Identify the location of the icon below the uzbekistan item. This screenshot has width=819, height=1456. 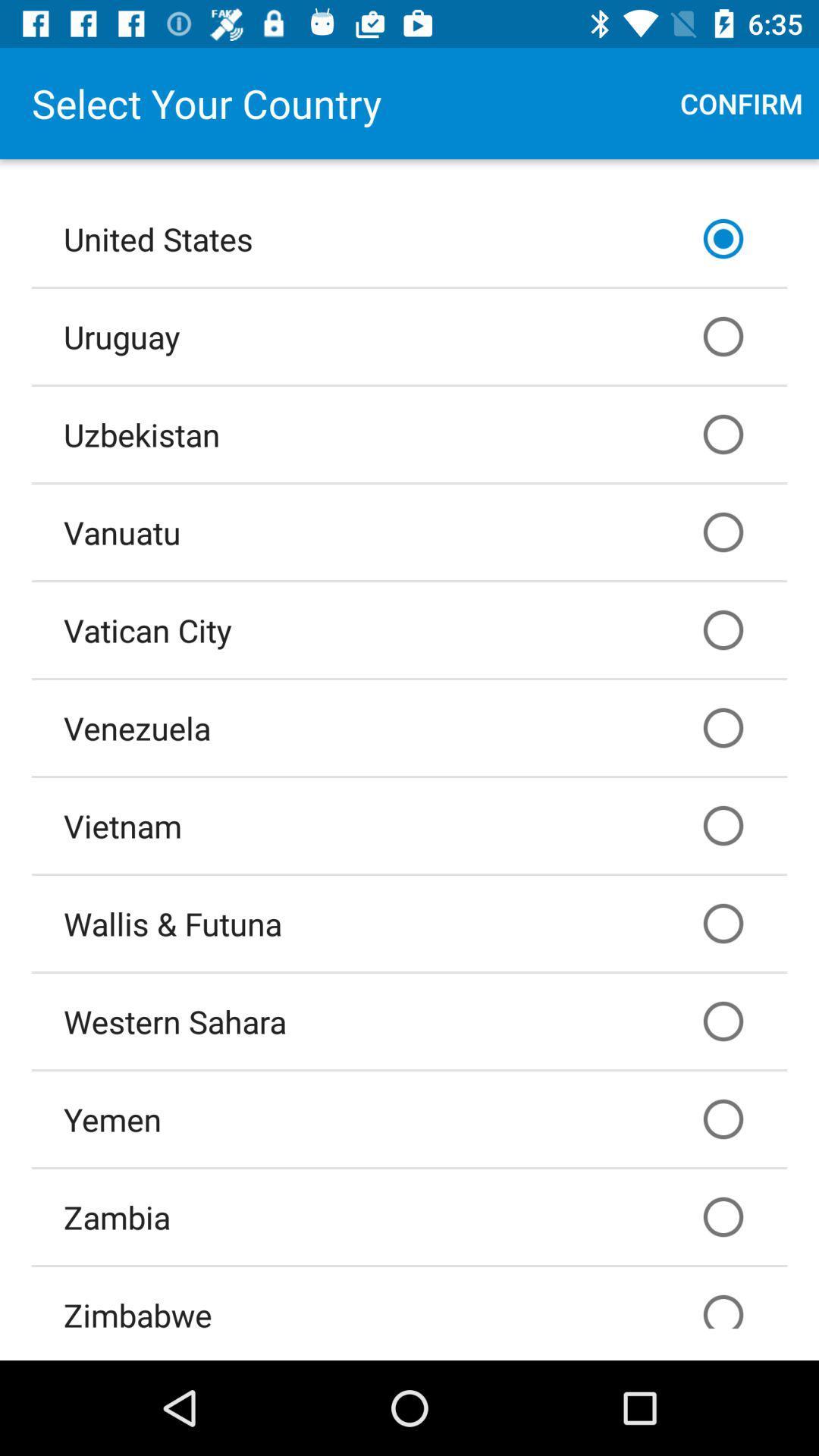
(409, 532).